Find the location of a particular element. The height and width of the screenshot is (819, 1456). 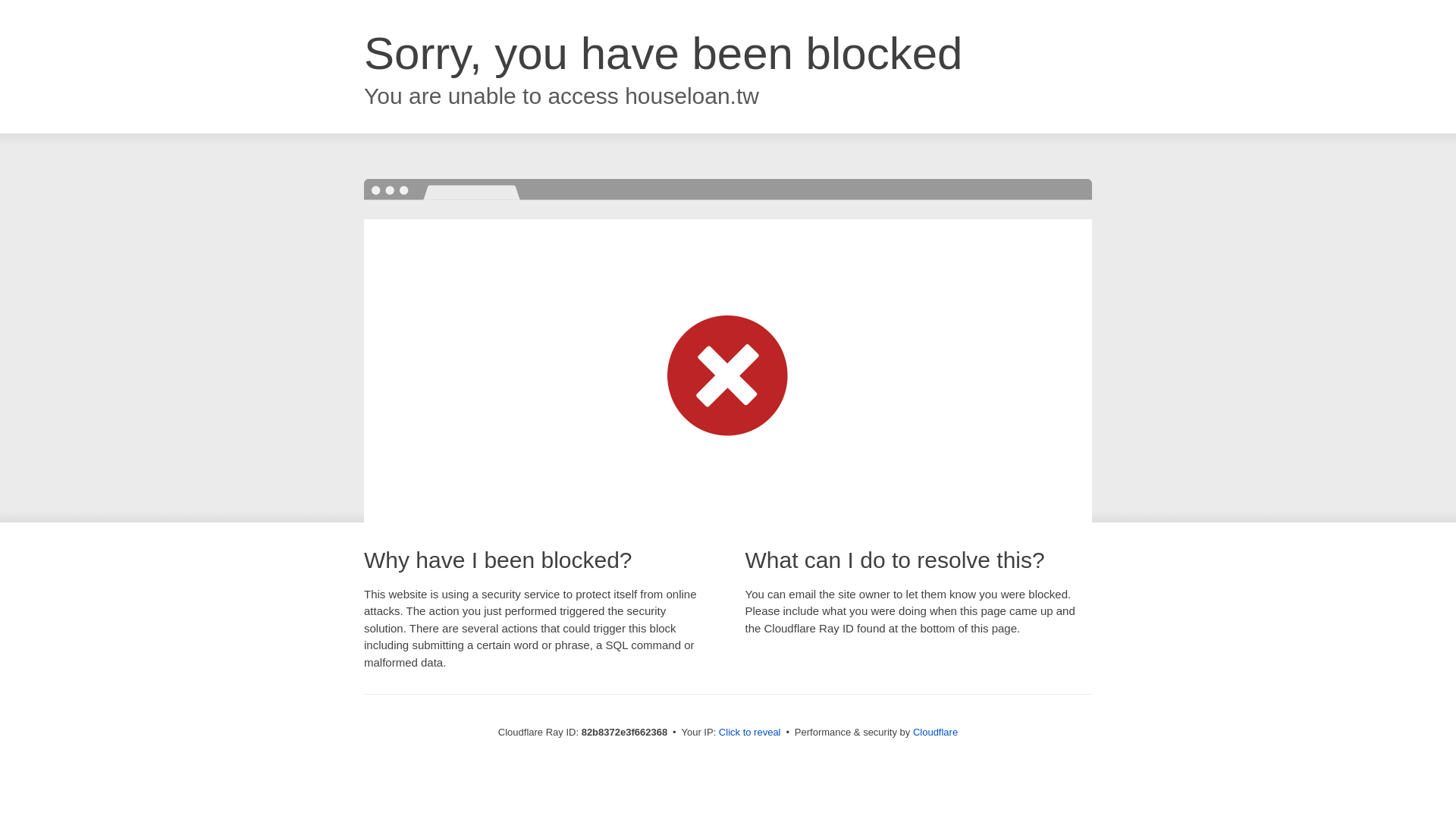

'Click to reveal' is located at coordinates (718, 731).